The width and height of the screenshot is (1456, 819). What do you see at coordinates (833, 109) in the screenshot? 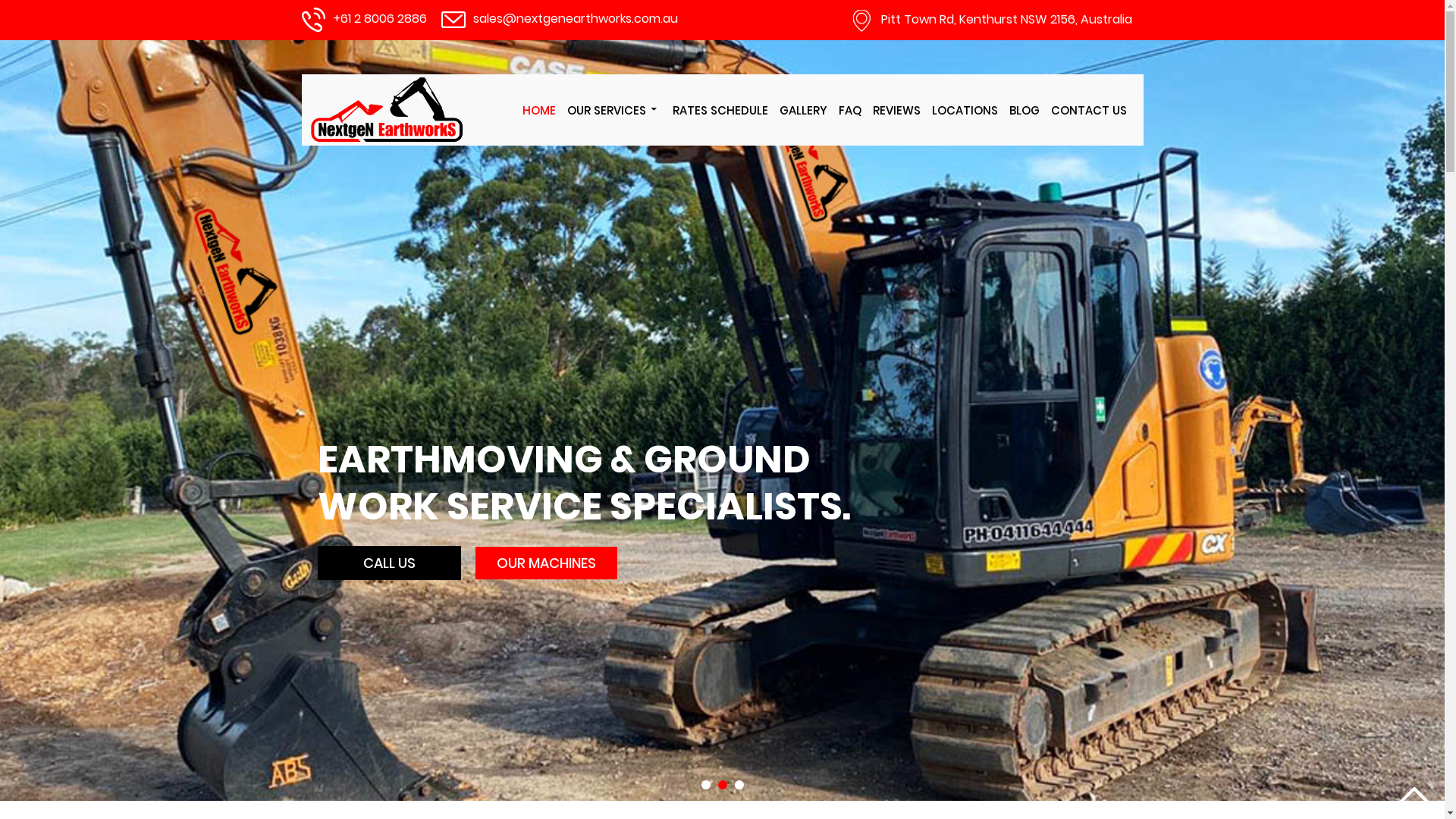
I see `'FAQ'` at bounding box center [833, 109].